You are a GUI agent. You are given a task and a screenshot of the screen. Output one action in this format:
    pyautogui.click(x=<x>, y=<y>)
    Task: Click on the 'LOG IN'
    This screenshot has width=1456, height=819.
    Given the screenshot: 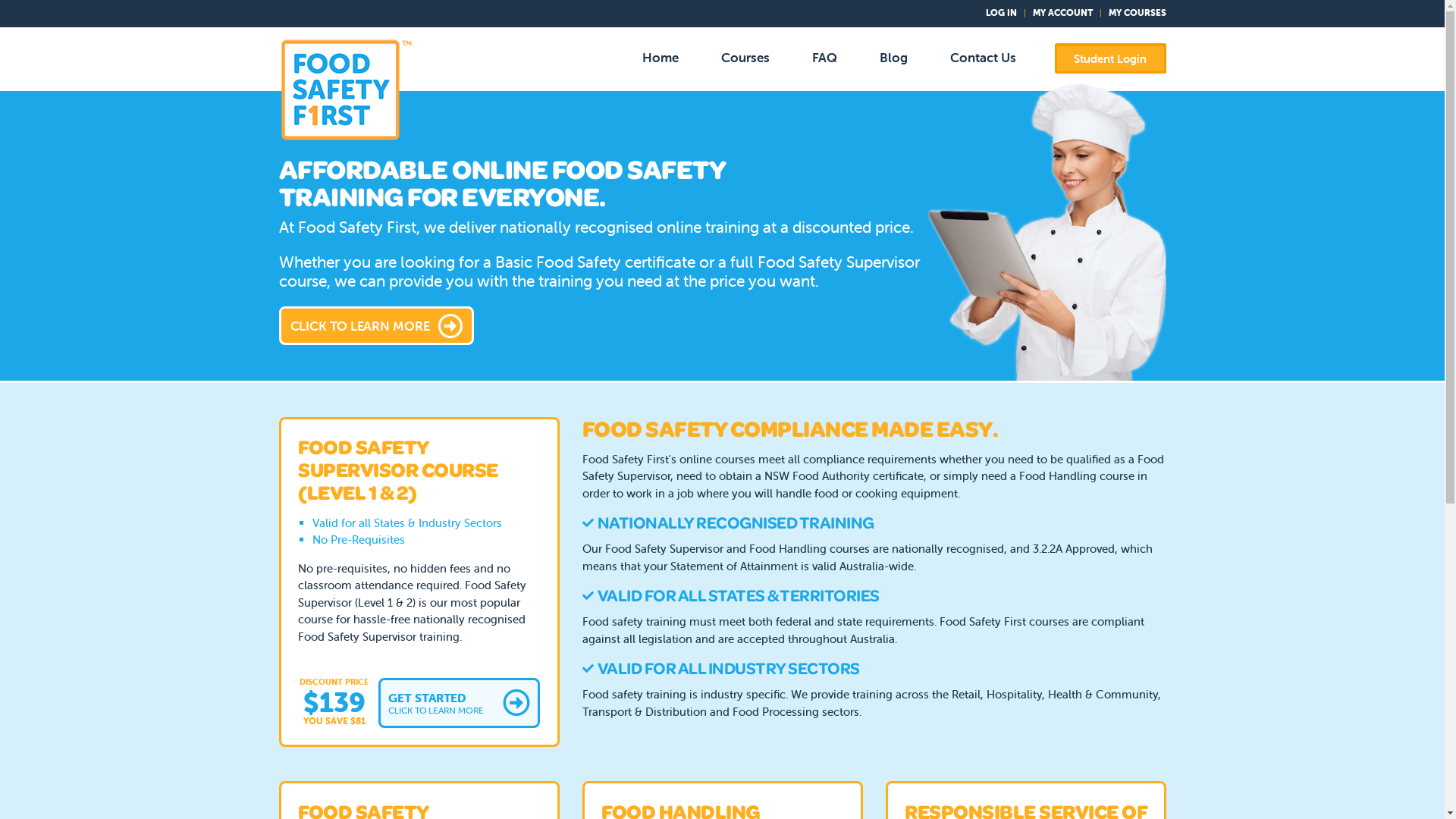 What is the action you would take?
    pyautogui.click(x=1001, y=12)
    